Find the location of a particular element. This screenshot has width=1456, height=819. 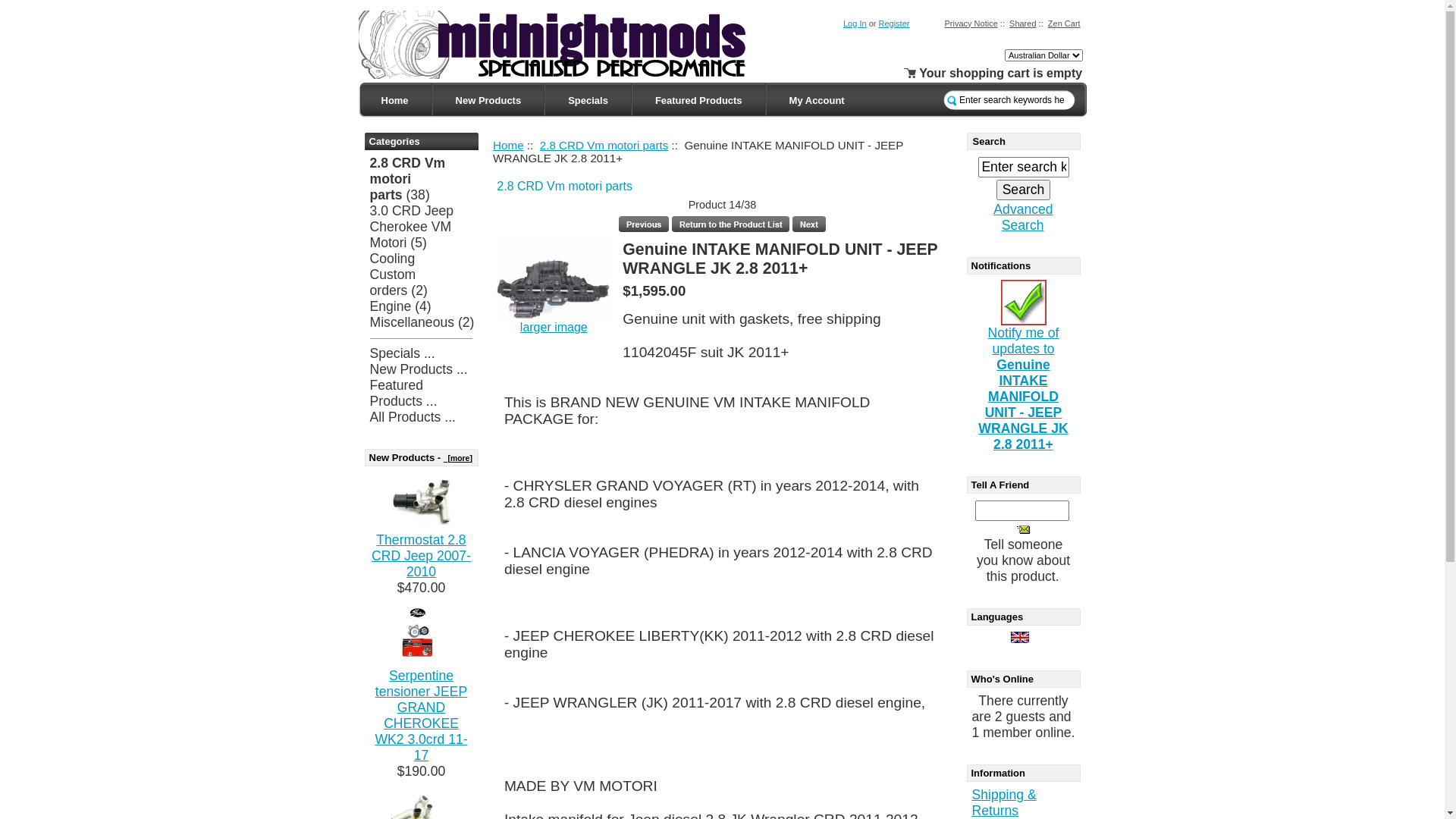

' Previous ' is located at coordinates (644, 224).